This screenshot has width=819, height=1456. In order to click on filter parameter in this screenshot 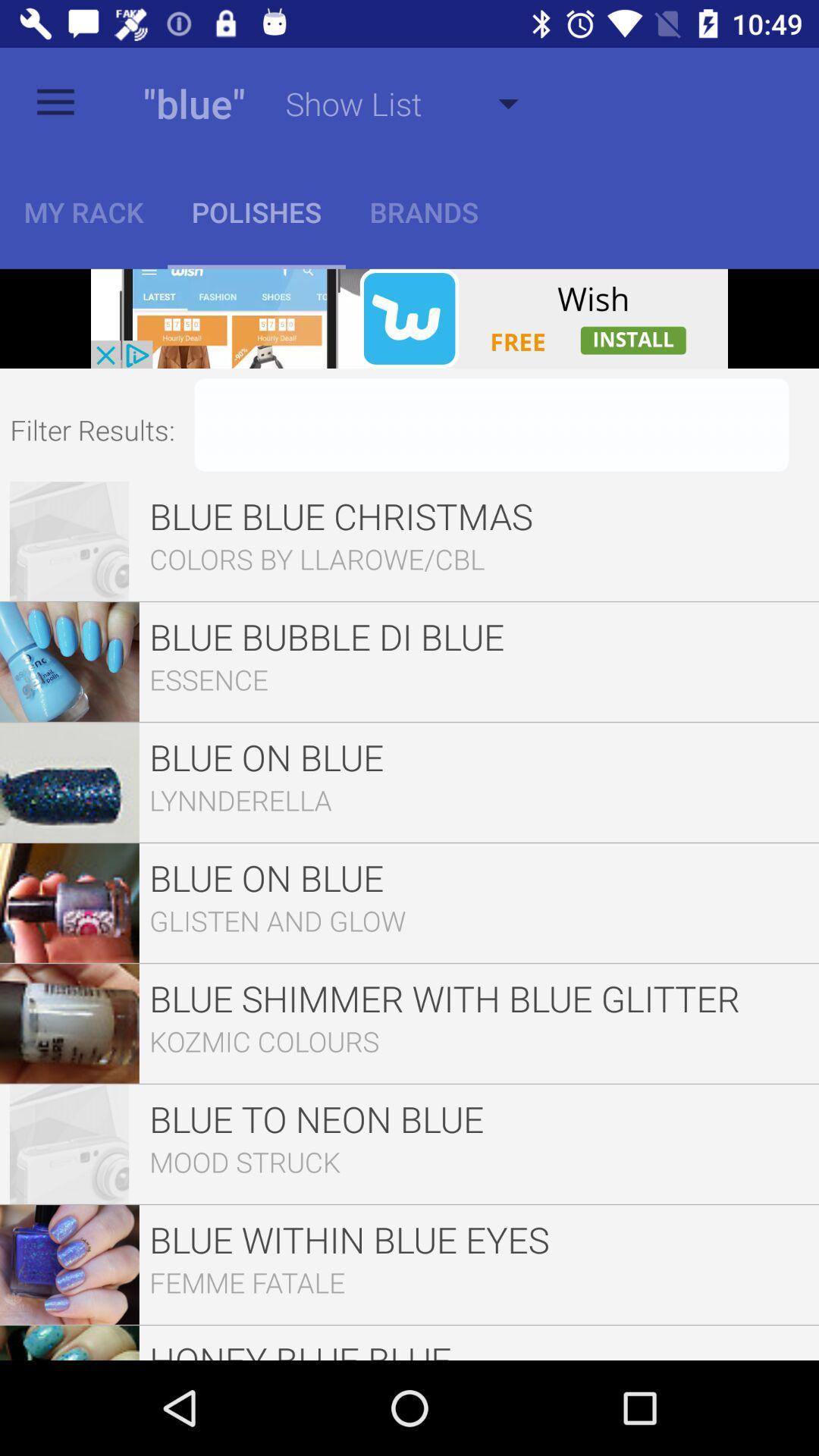, I will do `click(491, 425)`.